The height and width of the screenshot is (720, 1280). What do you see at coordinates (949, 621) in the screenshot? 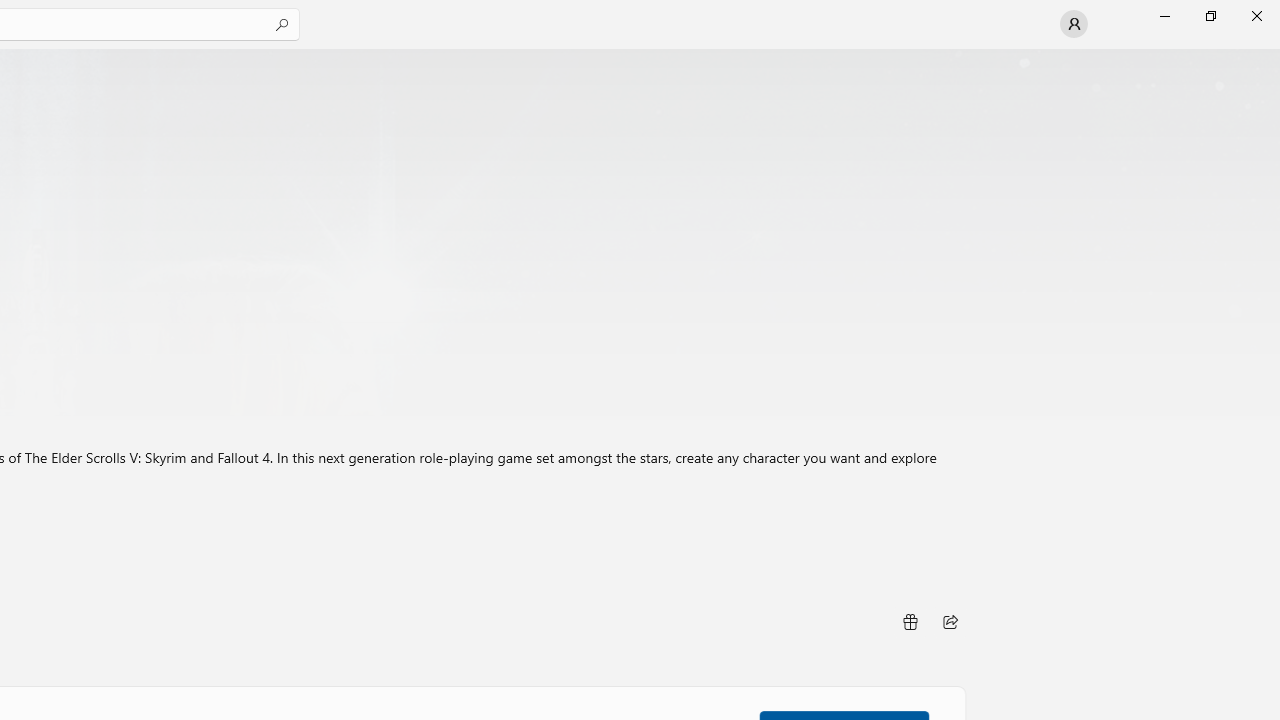
I see `'Share'` at bounding box center [949, 621].